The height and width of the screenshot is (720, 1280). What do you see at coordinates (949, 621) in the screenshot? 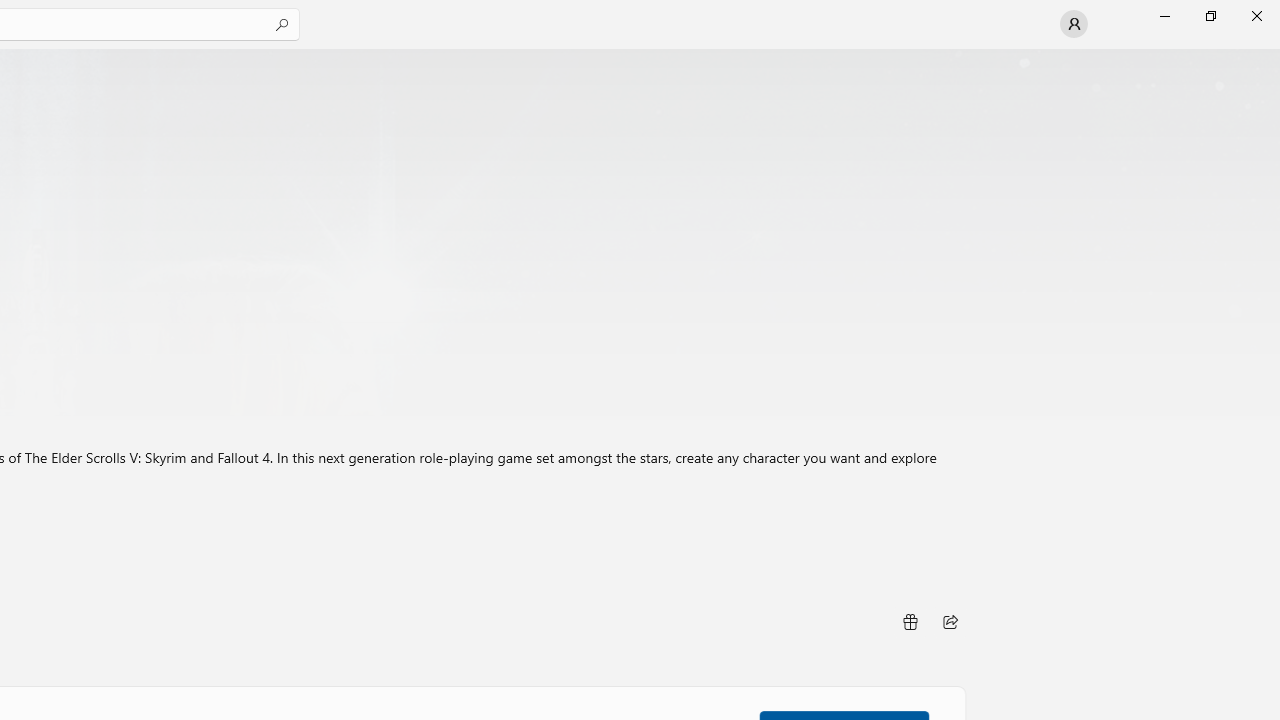
I see `'Share'` at bounding box center [949, 621].